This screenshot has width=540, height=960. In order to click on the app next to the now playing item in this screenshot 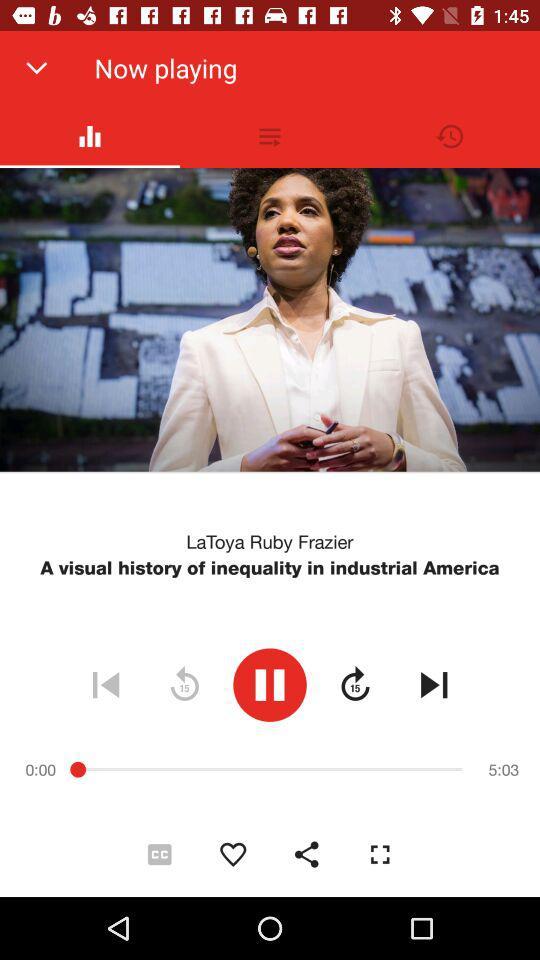, I will do `click(36, 68)`.